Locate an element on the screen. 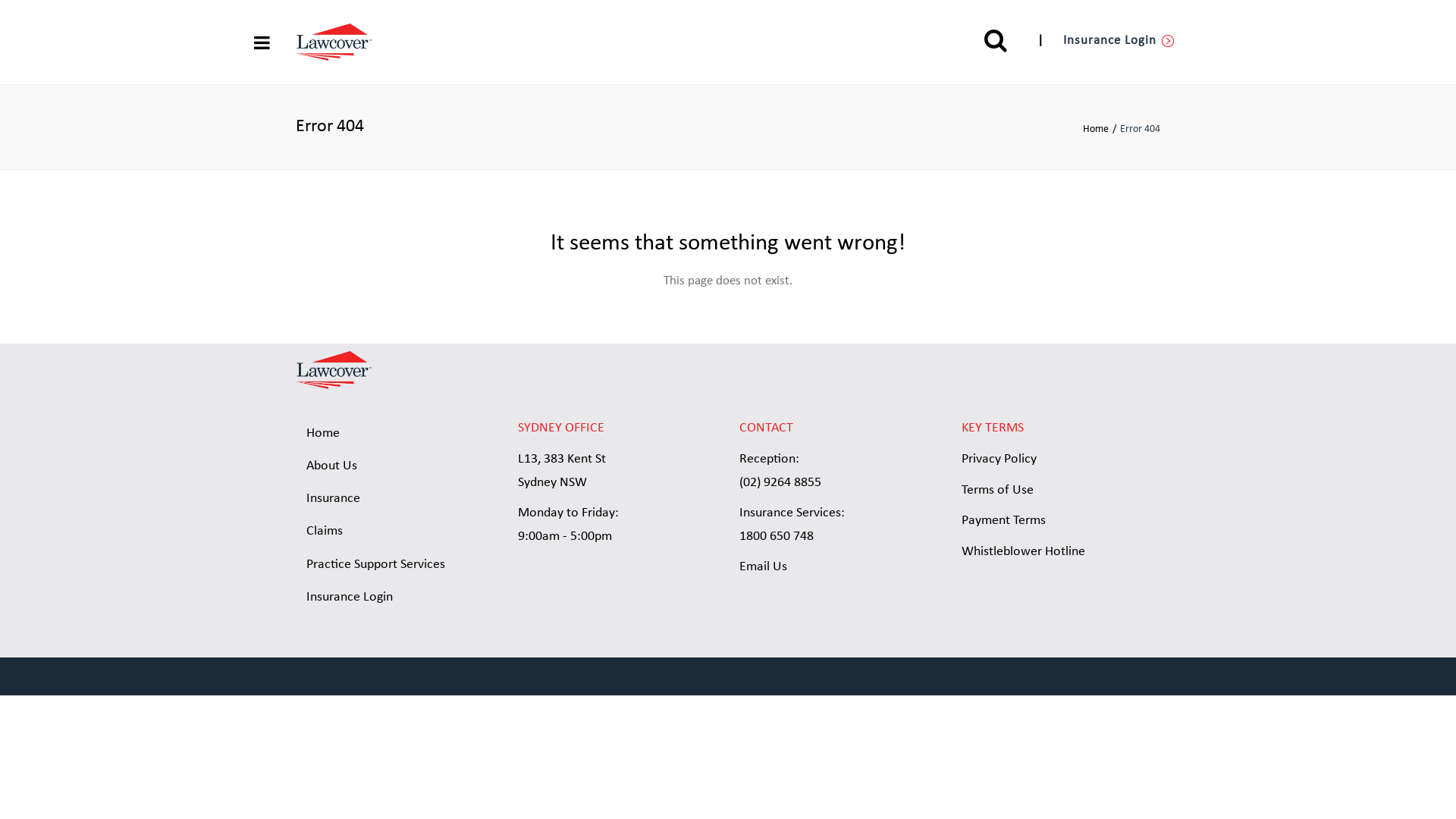 This screenshot has height=819, width=1456. 'Privacy Policy' is located at coordinates (999, 458).